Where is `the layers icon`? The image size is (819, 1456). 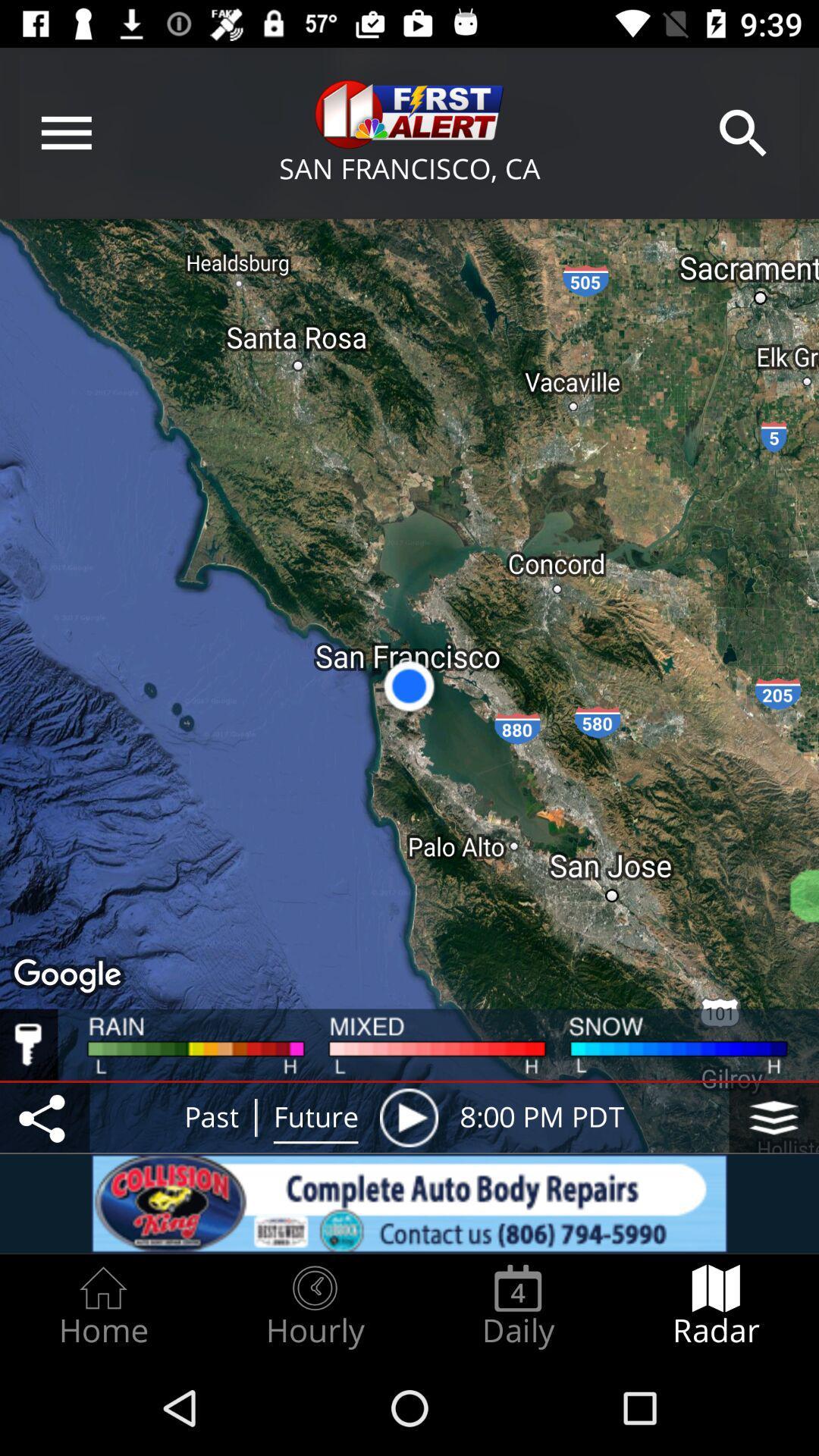 the layers icon is located at coordinates (773, 1118).